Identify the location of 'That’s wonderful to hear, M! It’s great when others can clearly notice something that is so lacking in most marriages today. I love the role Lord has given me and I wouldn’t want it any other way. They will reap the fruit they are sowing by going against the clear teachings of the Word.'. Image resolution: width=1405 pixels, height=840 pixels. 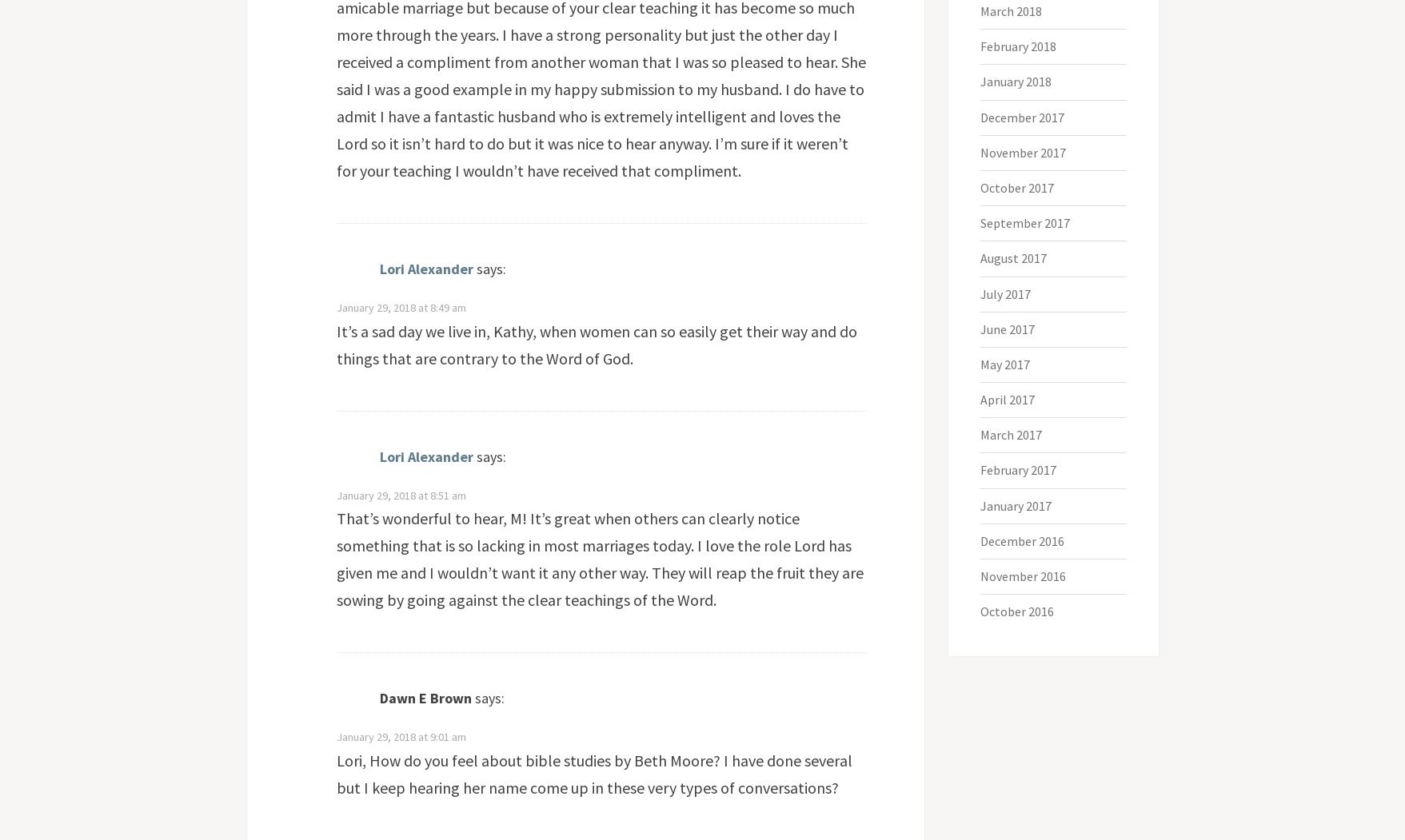
(598, 558).